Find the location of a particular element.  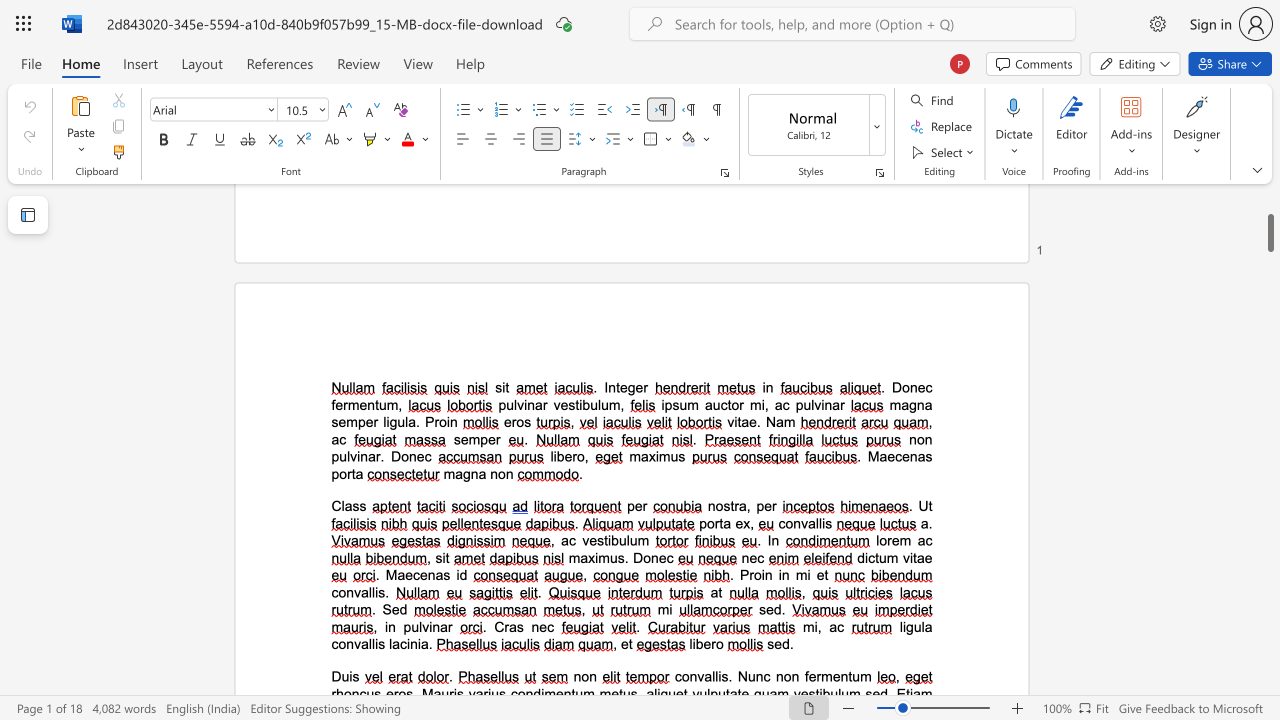

the 1th character "a" in the text is located at coordinates (443, 626).